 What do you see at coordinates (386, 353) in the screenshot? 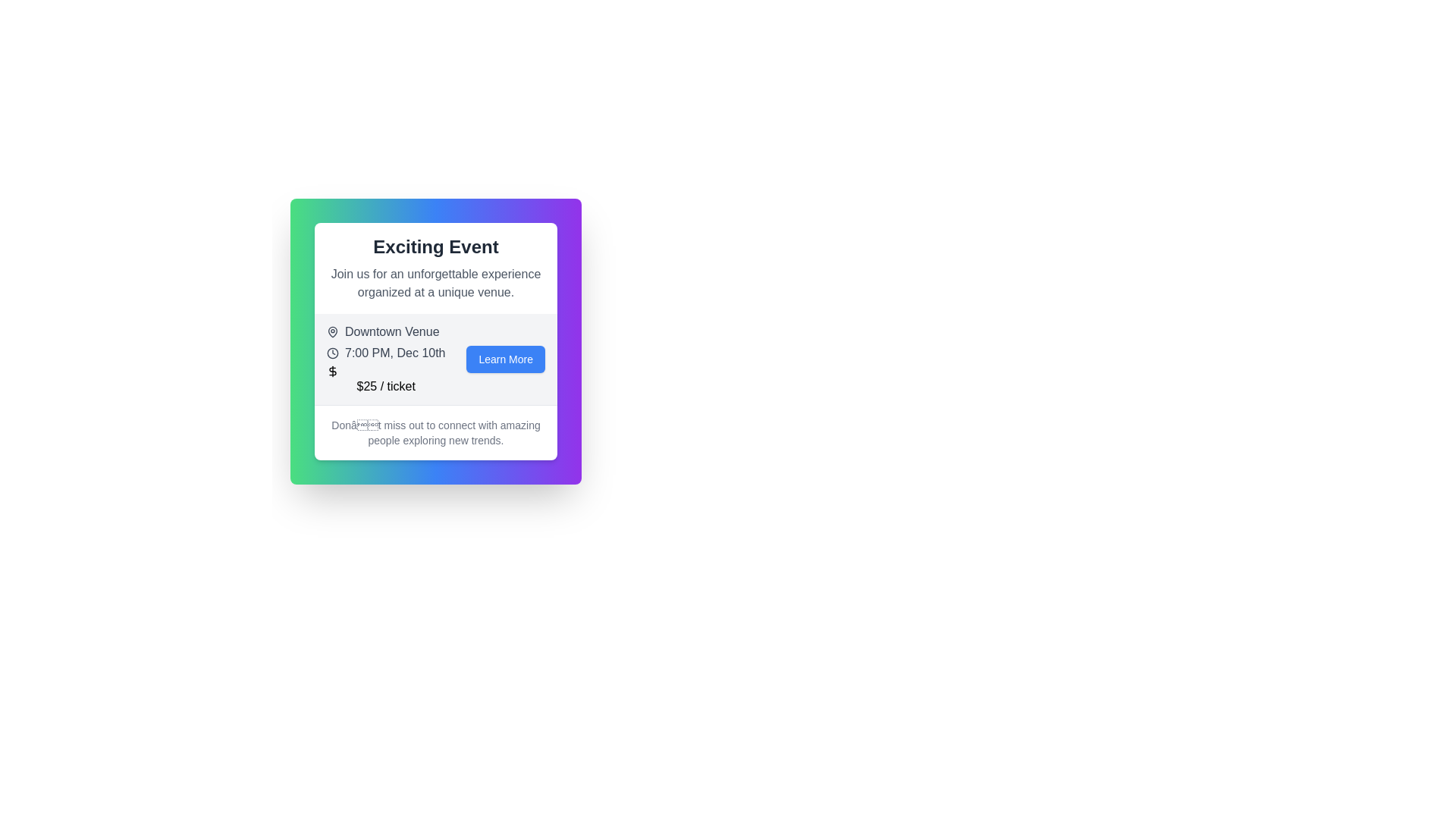
I see `the text label displaying the event's time and date, '7:00 PM, Dec 10th', which is part of the information panel about the event` at bounding box center [386, 353].